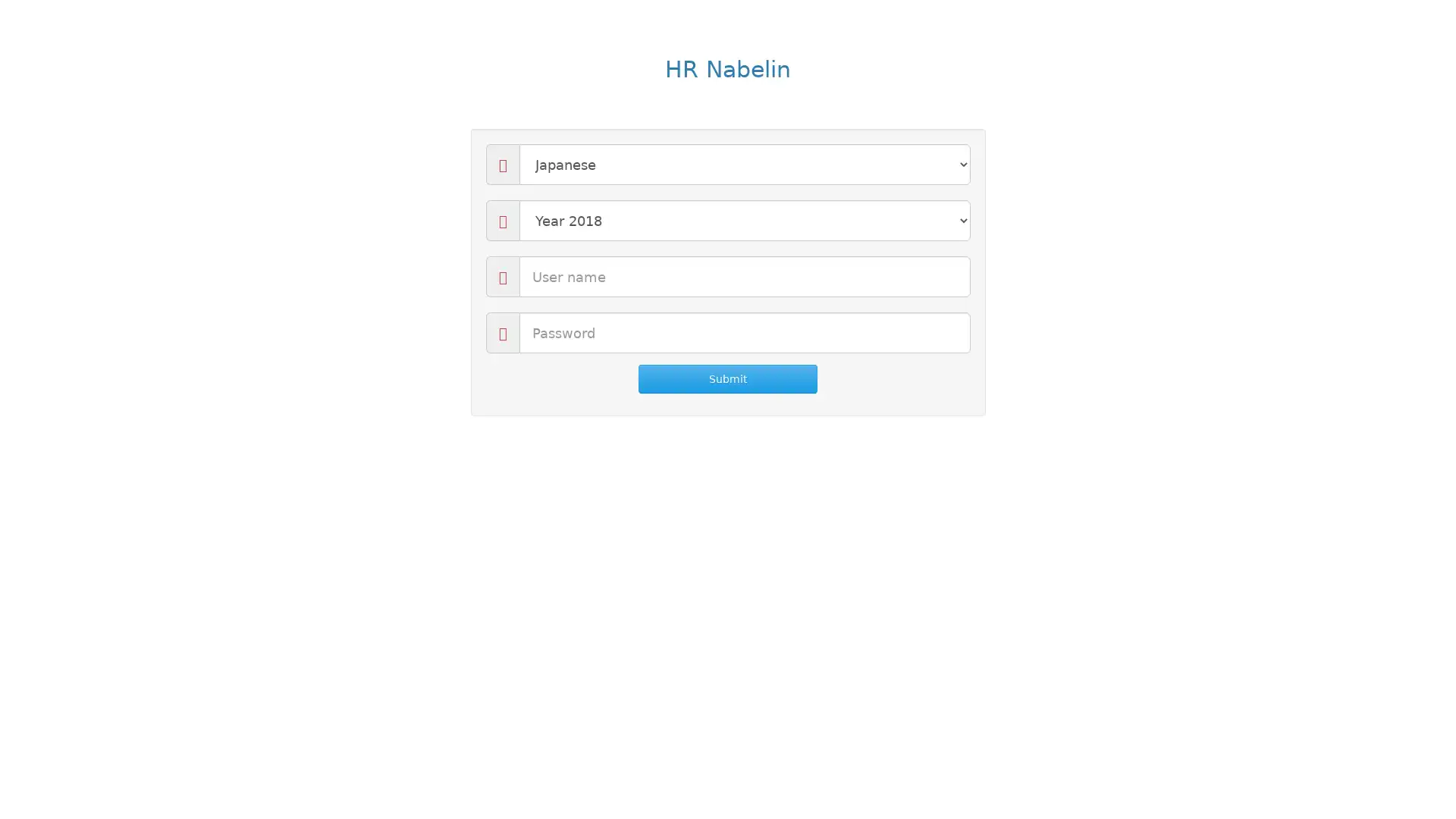  I want to click on Submit, so click(726, 378).